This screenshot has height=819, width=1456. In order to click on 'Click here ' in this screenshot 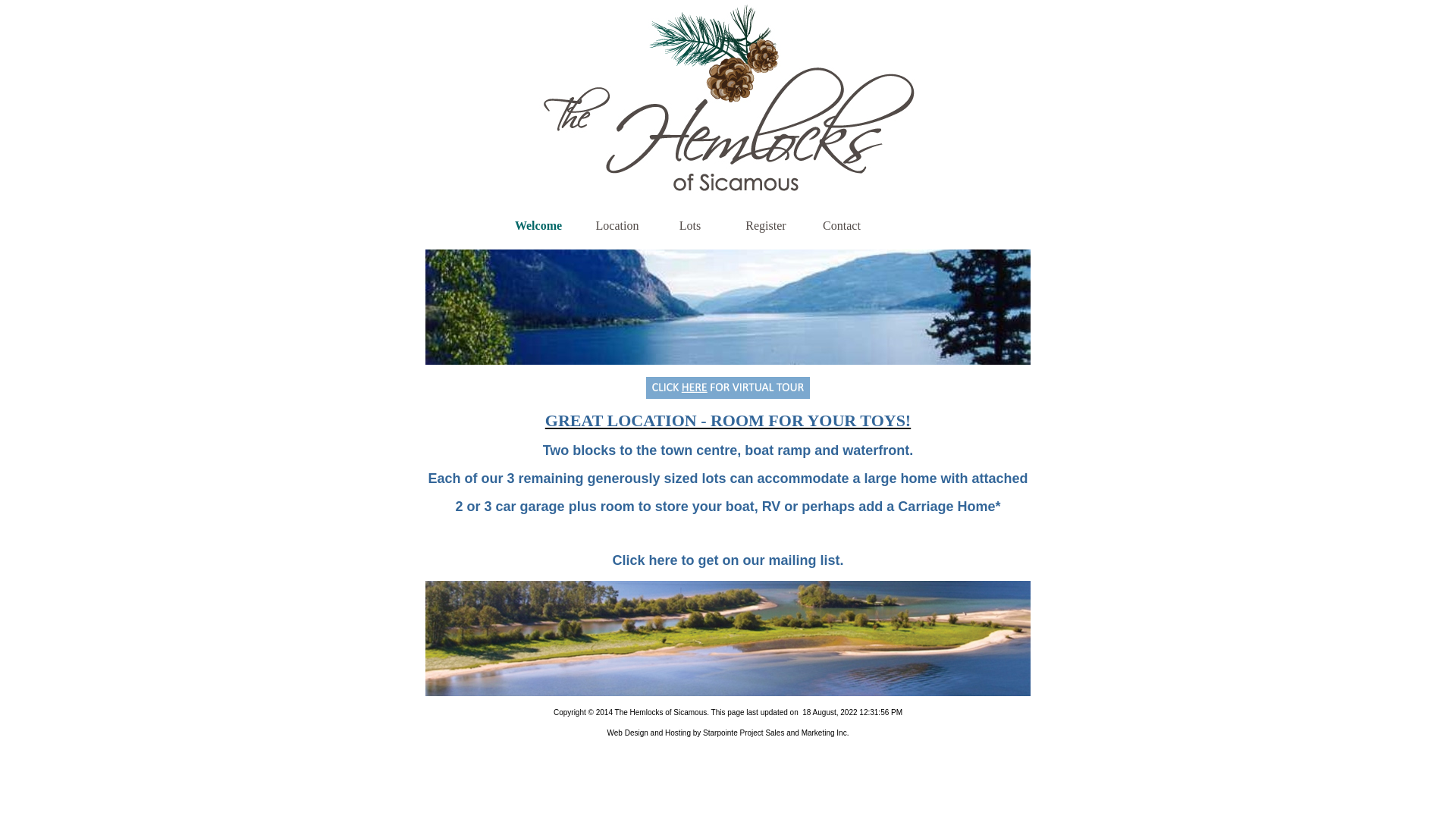, I will do `click(646, 560)`.